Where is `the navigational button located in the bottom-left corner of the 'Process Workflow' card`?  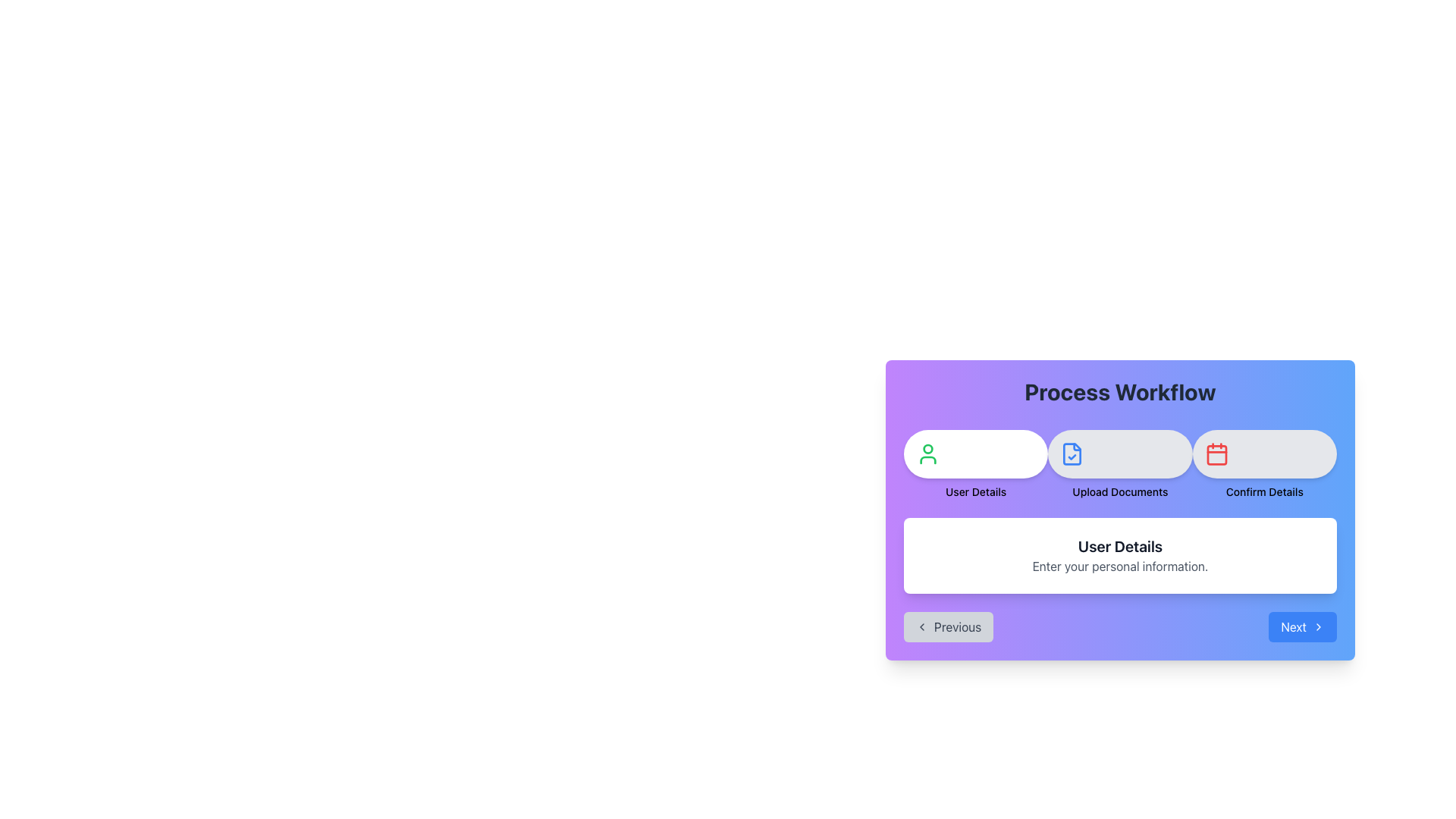
the navigational button located in the bottom-left corner of the 'Process Workflow' card is located at coordinates (948, 626).